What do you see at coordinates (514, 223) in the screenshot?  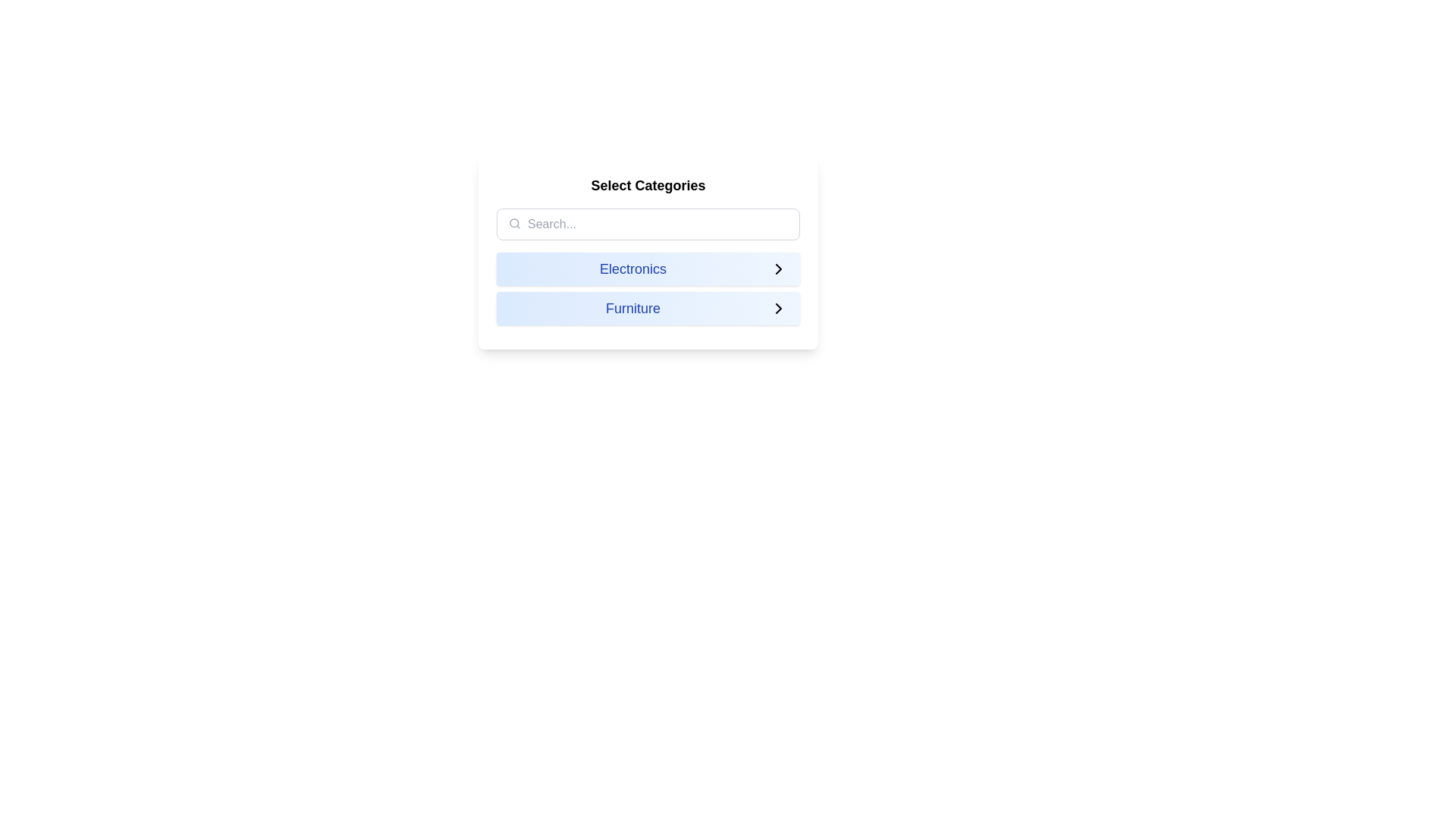 I see `the magnifying glass icon located inside the search input field, aligned with the placeholder text 'Search...' on the left side of the input field` at bounding box center [514, 223].